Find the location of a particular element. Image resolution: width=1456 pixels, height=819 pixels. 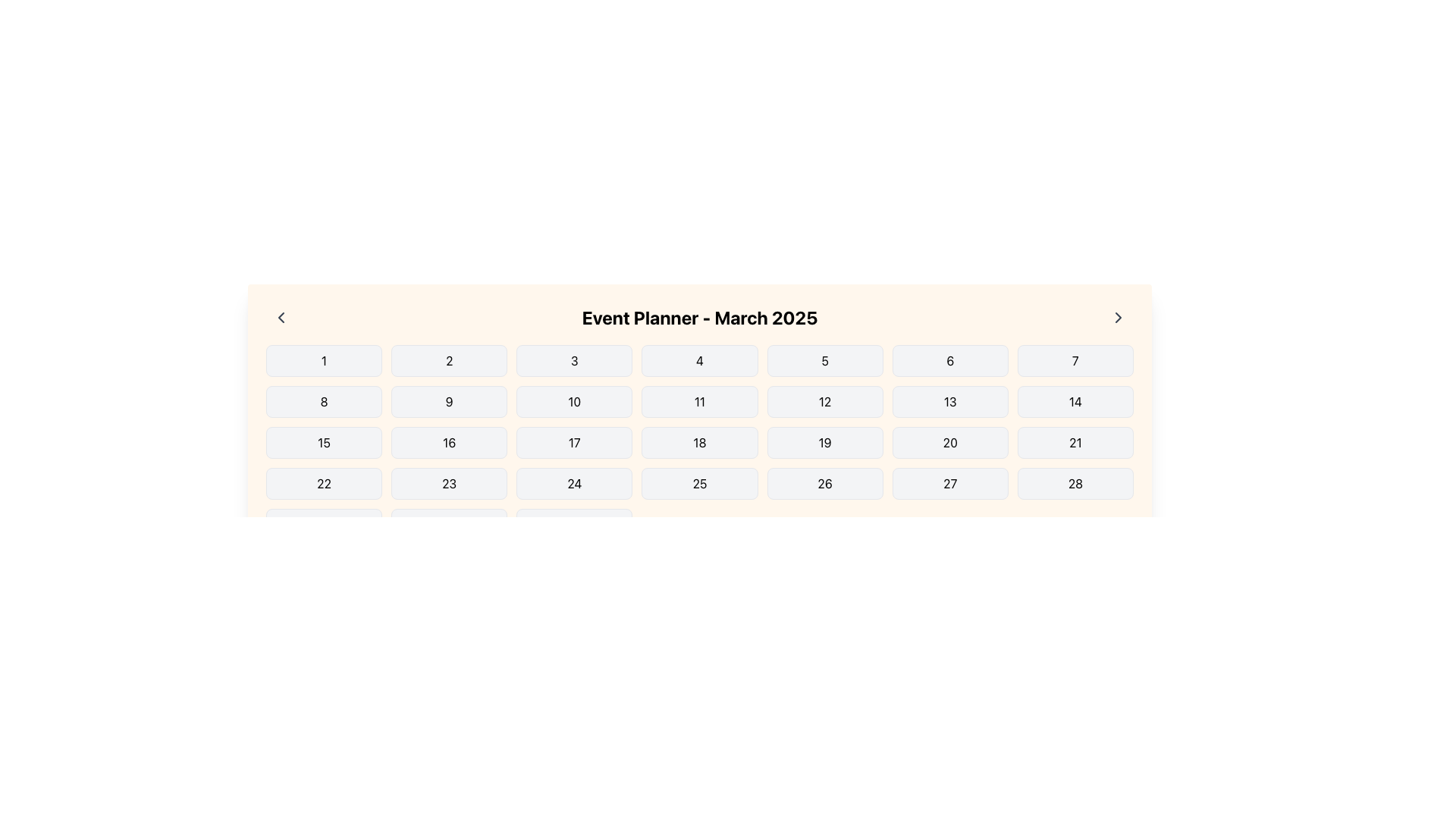

the button-like UI element labeled '23' in the calendar view for a calendar-specific action is located at coordinates (448, 483).